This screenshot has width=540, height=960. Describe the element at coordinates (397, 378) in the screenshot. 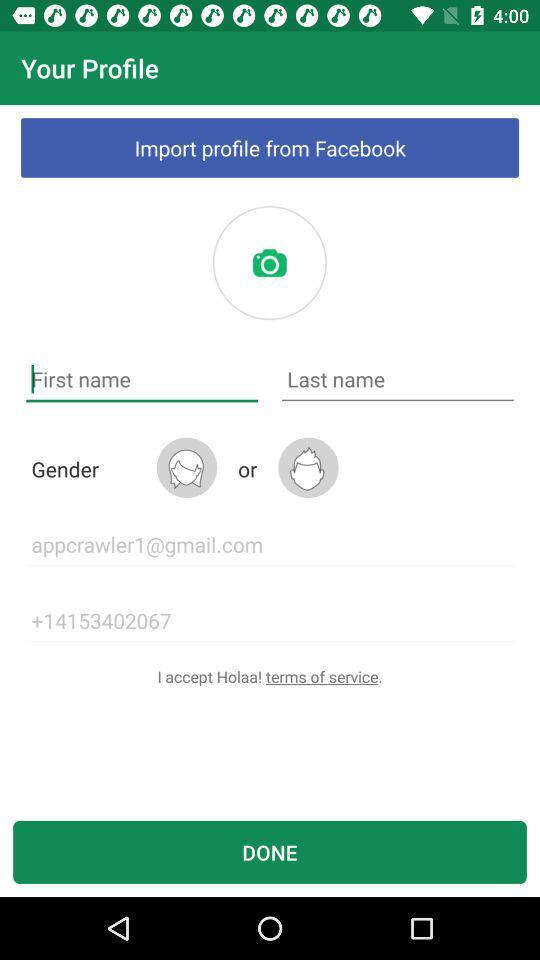

I see `insert last name` at that location.